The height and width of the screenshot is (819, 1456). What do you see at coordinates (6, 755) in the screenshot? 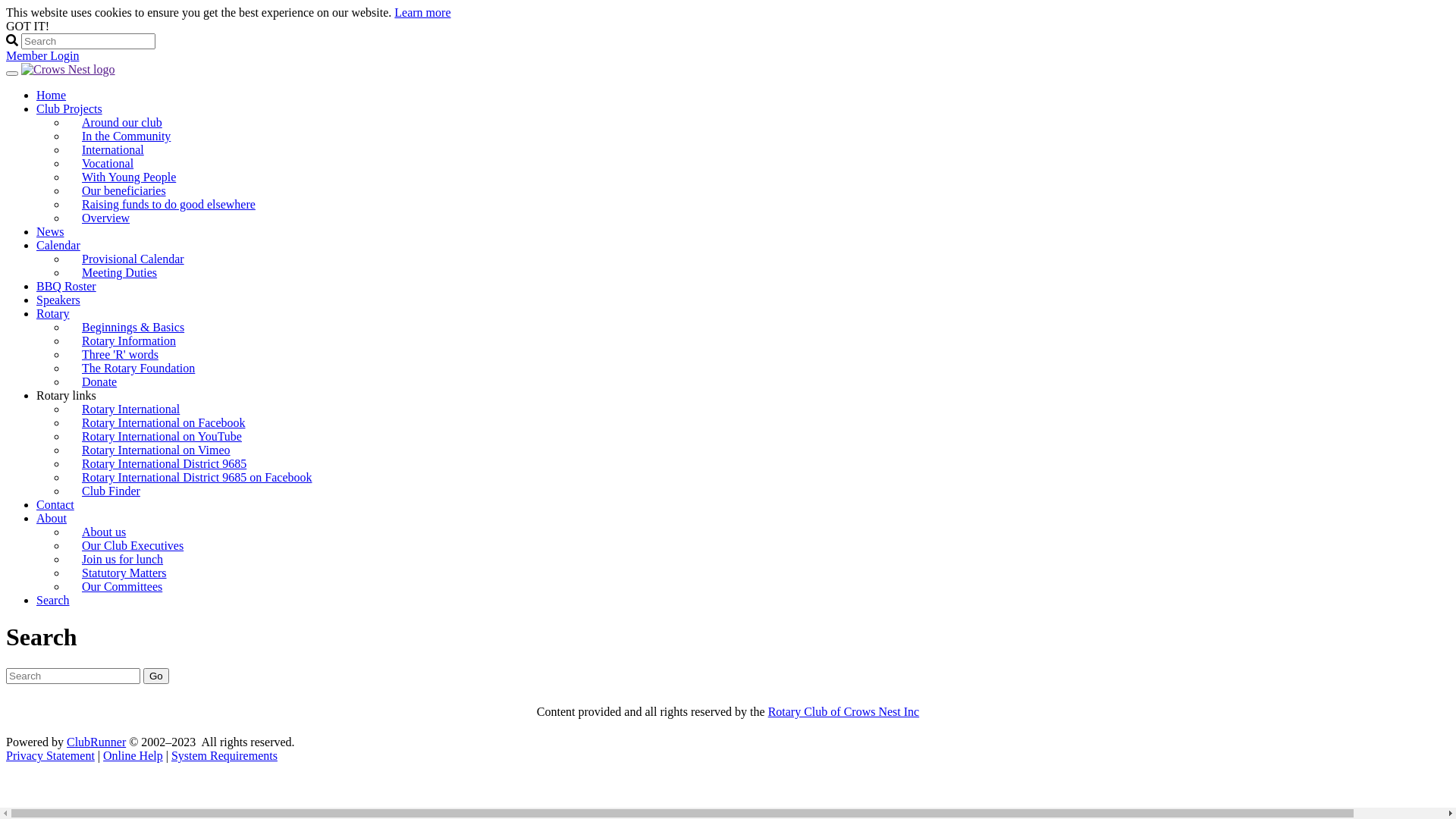
I see `'Privacy Statement'` at bounding box center [6, 755].